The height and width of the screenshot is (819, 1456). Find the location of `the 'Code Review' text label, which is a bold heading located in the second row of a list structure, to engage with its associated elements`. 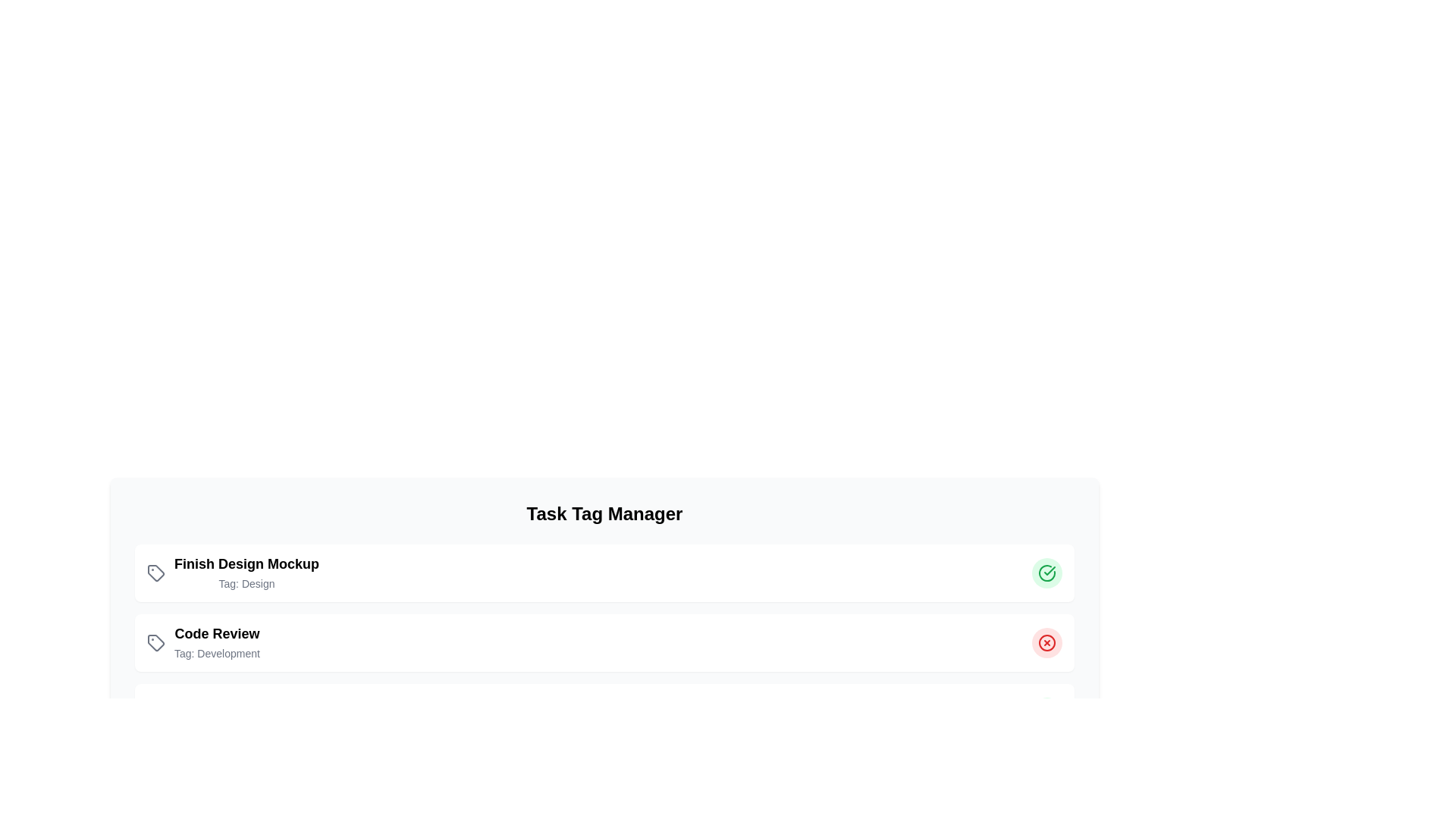

the 'Code Review' text label, which is a bold heading located in the second row of a list structure, to engage with its associated elements is located at coordinates (216, 634).